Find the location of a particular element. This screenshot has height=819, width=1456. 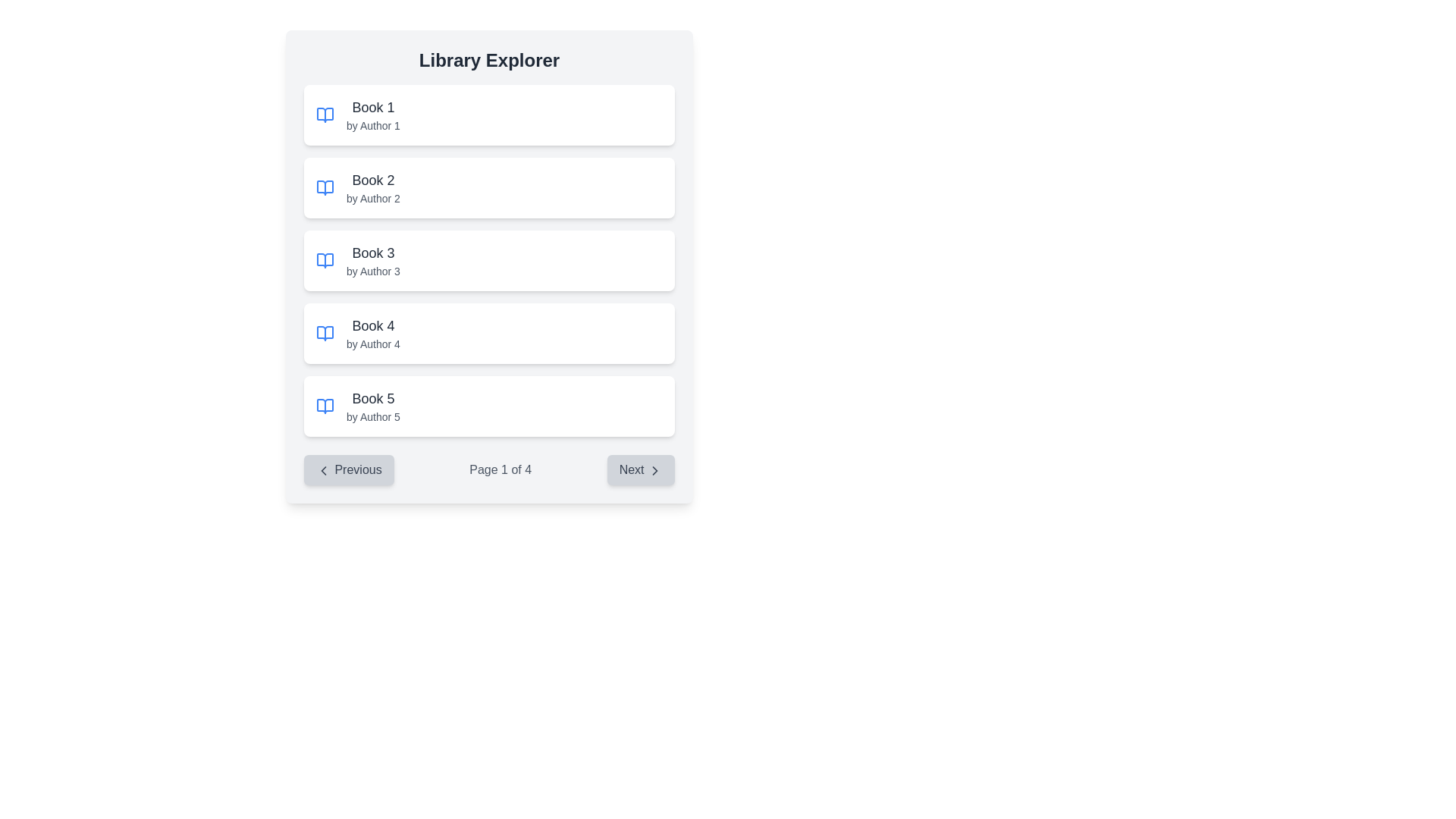

the fourth book entry is located at coordinates (489, 332).